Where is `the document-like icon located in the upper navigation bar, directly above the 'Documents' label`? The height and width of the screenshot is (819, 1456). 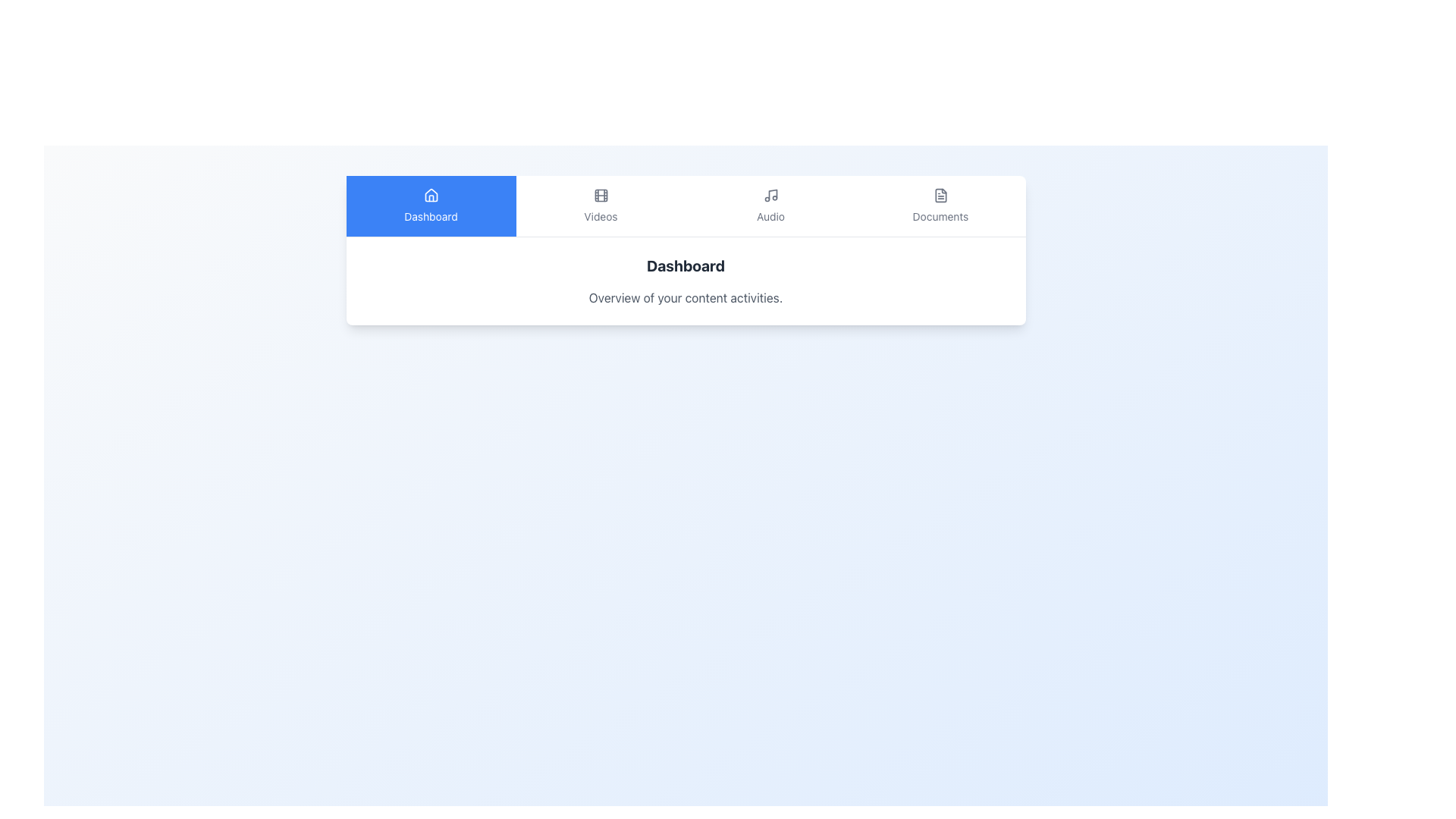 the document-like icon located in the upper navigation bar, directly above the 'Documents' label is located at coordinates (940, 195).